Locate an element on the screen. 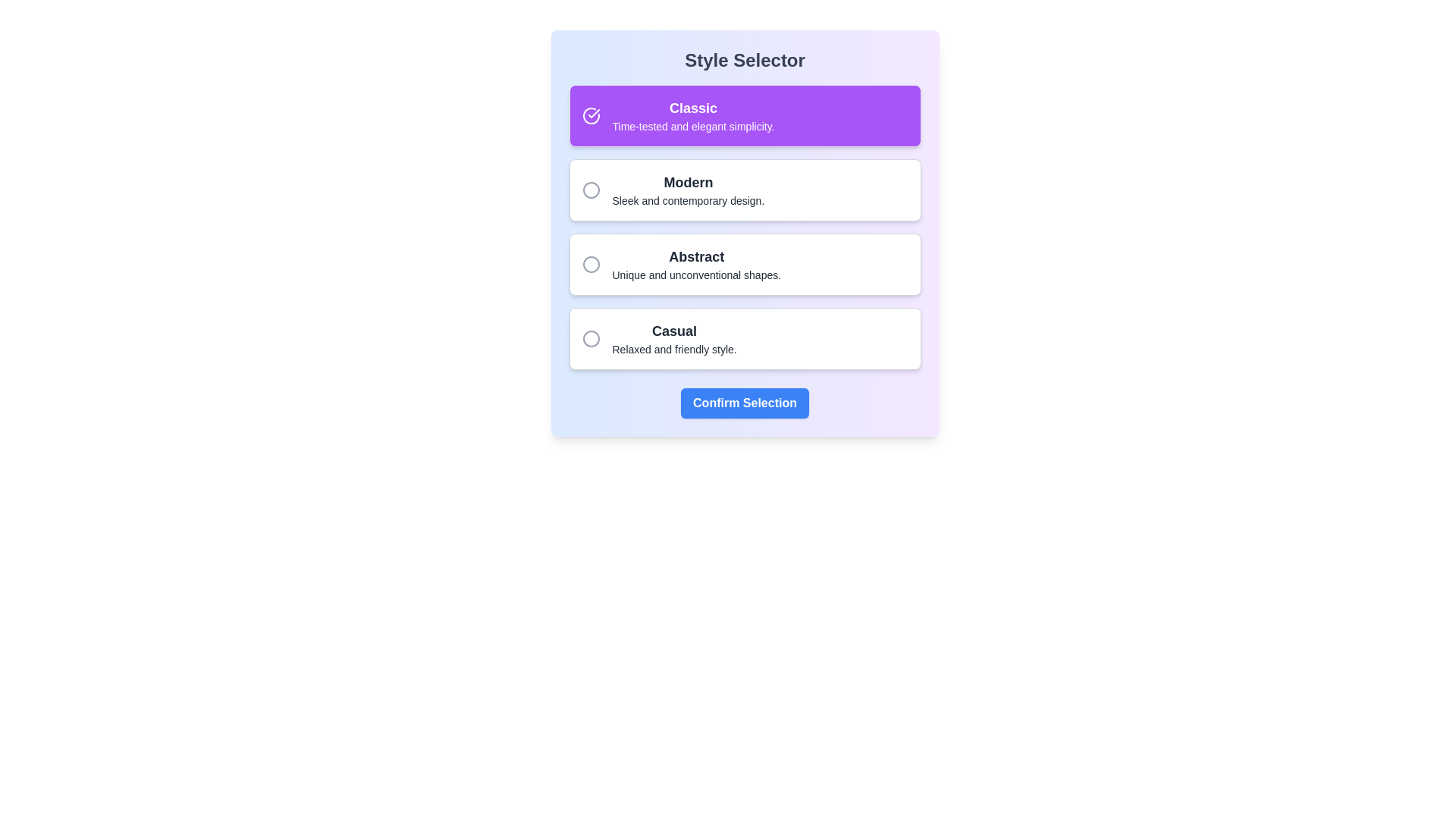  the icon that indicates the selected state of the 'Classic' style option located in the top-left corner of the 'Classic' option card within the 'Style Selector' modal is located at coordinates (590, 115).